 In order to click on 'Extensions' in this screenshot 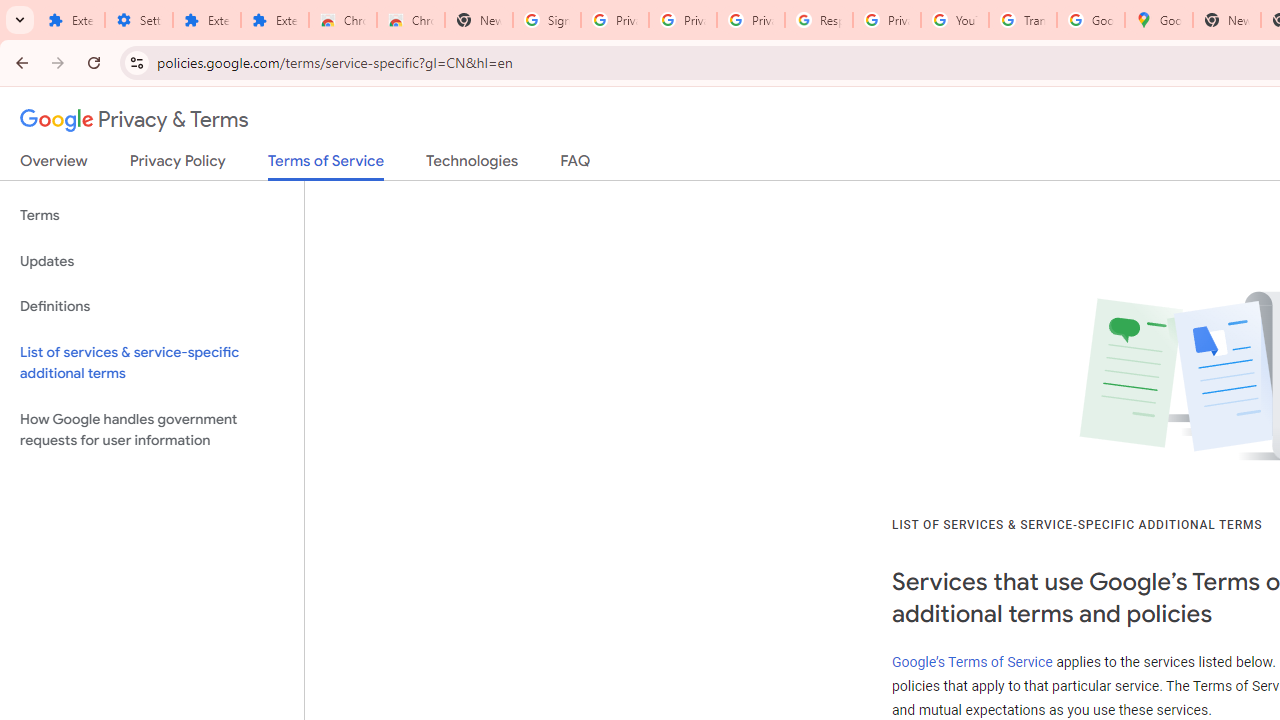, I will do `click(206, 20)`.